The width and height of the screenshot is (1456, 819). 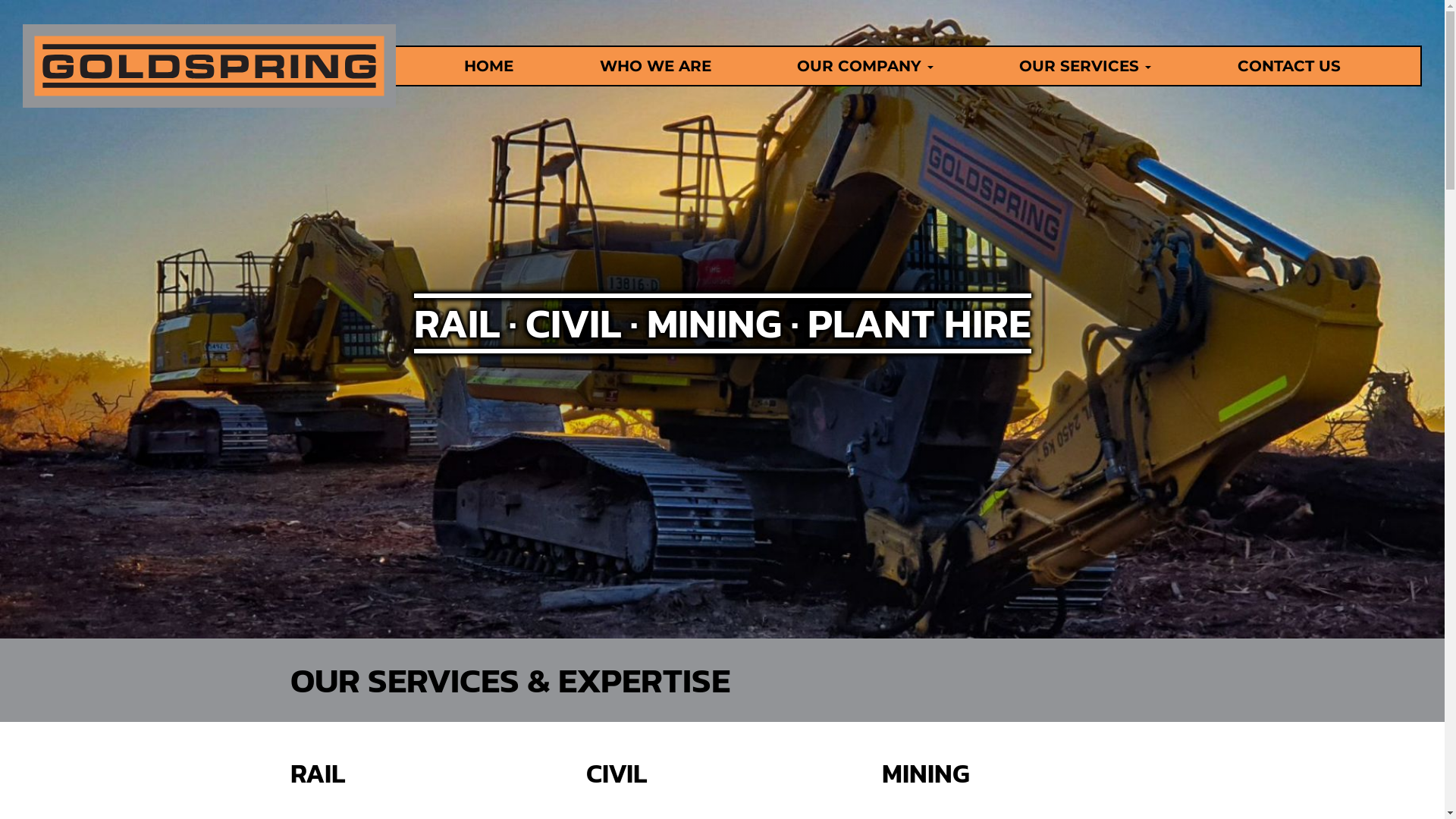 I want to click on 'WHO WE ARE', so click(x=655, y=65).